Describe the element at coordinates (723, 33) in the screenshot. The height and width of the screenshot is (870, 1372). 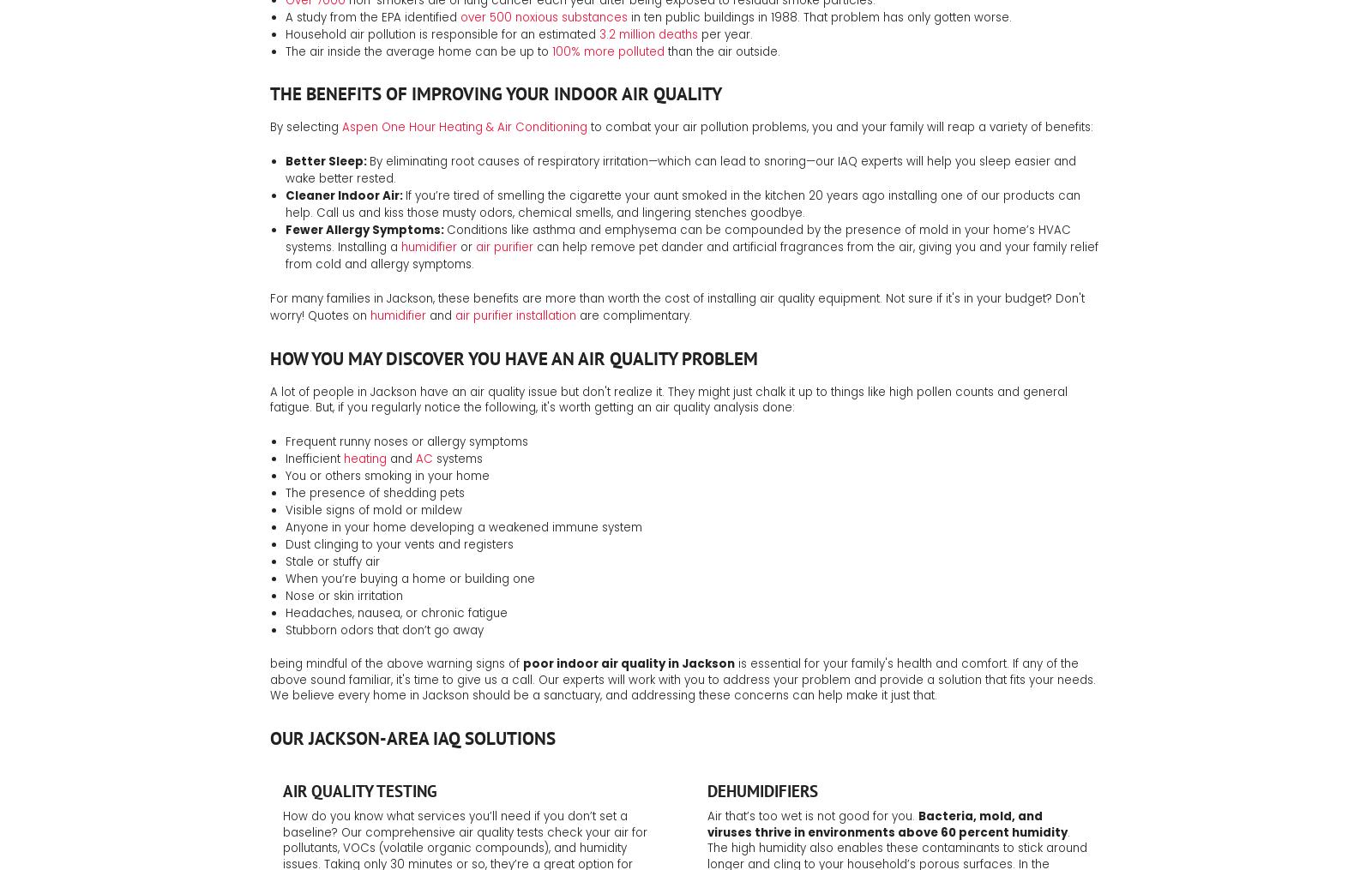
I see `'per year.'` at that location.